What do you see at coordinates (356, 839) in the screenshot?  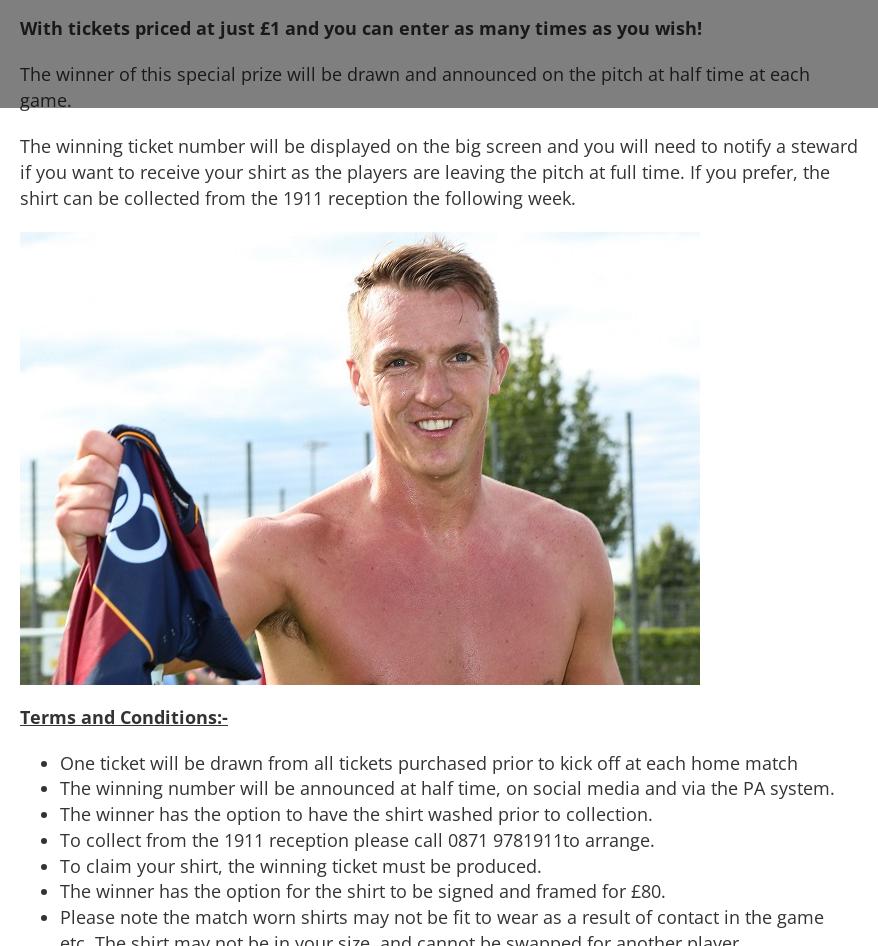 I see `'To collect from the 1911 reception please call 0871 9781911to arrange.'` at bounding box center [356, 839].